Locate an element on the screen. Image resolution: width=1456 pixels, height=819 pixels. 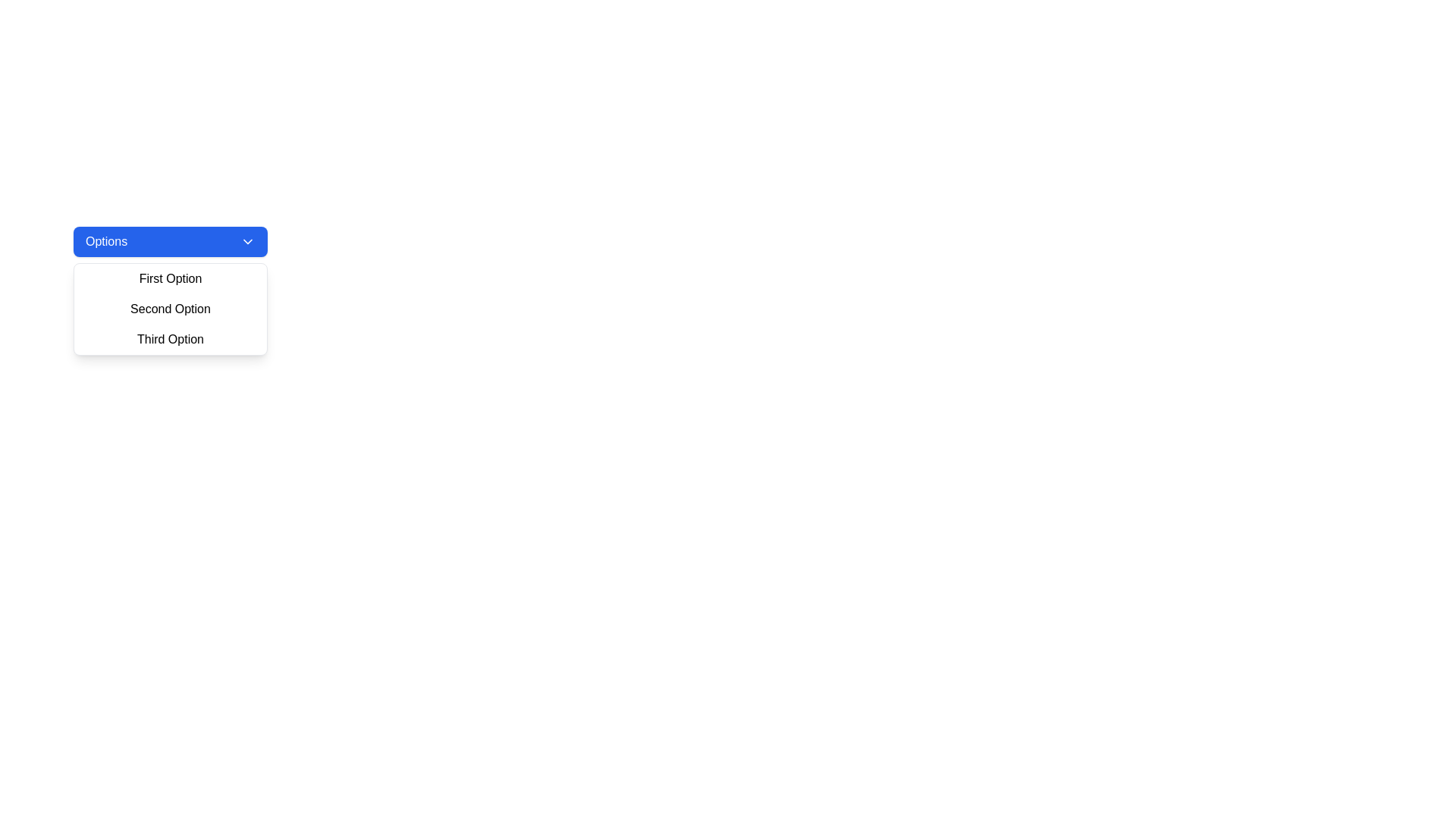
the first option in the dropdown menu labeled 'First Option' is located at coordinates (171, 278).